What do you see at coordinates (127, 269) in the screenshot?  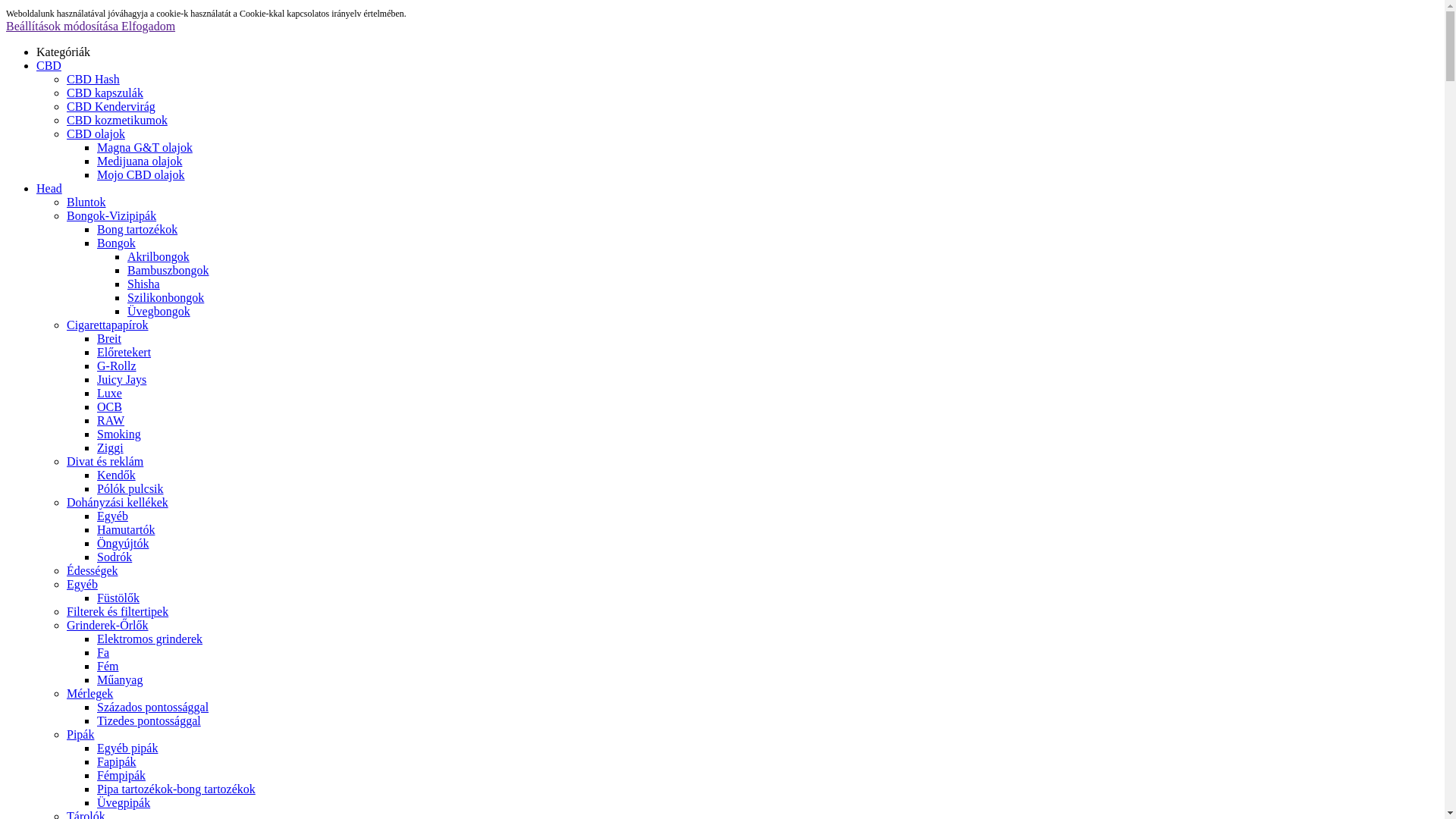 I see `'Bambuszbongok'` at bounding box center [127, 269].